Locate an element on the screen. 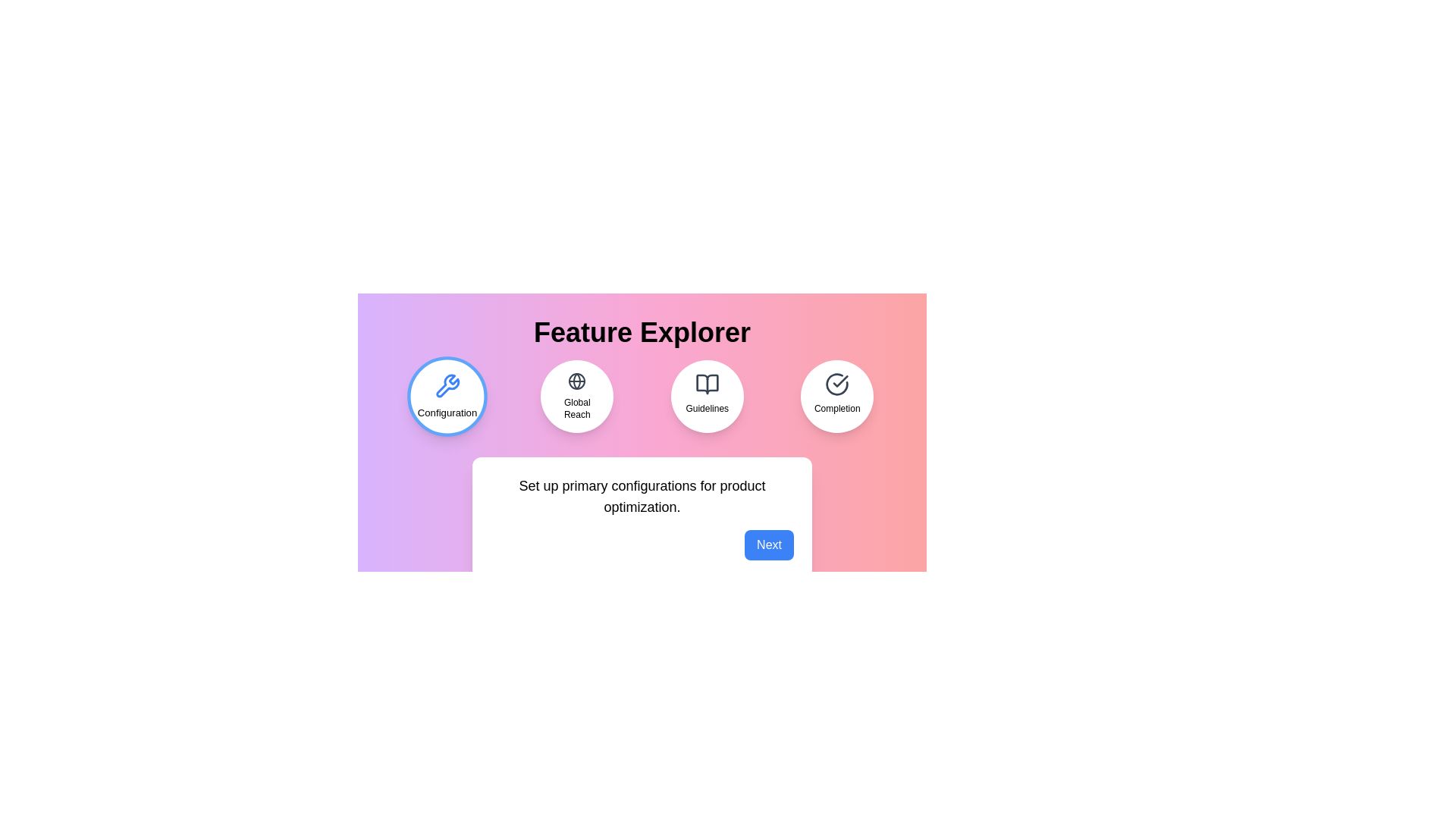 This screenshot has width=1456, height=819. the 'Next' button to navigate to the next step is located at coordinates (769, 544).